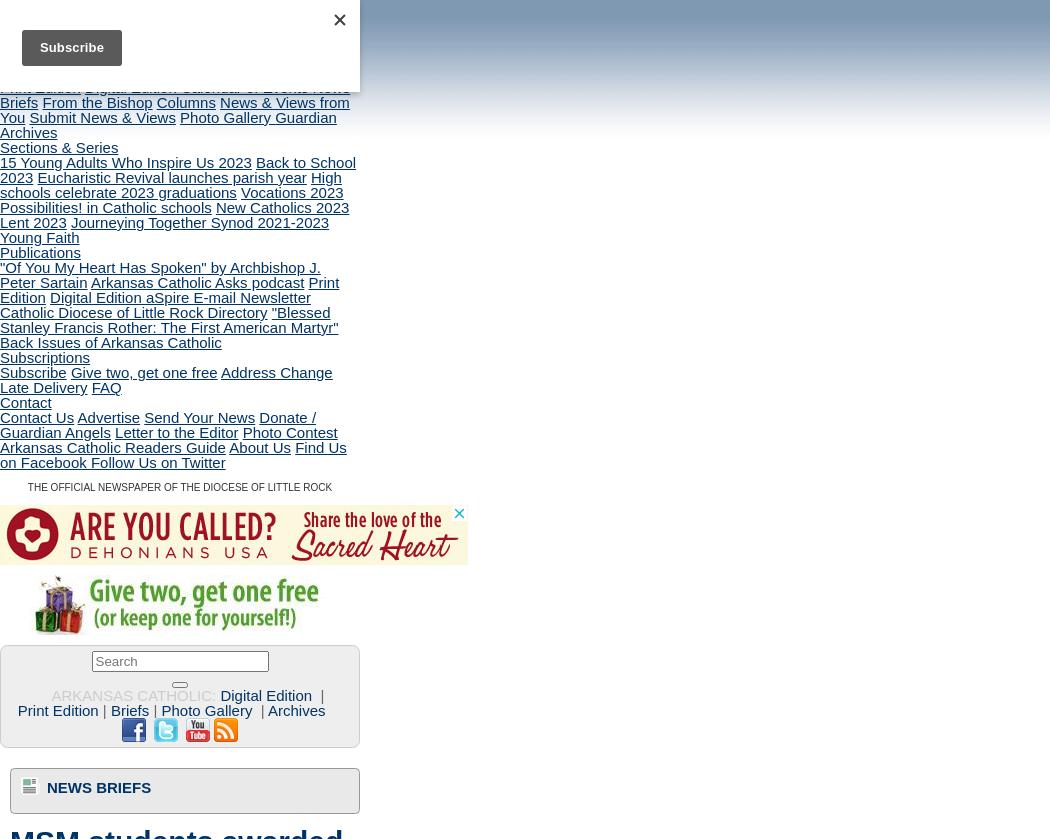 This screenshot has width=1050, height=839. I want to click on 'Donate / Guardian Angels', so click(158, 424).